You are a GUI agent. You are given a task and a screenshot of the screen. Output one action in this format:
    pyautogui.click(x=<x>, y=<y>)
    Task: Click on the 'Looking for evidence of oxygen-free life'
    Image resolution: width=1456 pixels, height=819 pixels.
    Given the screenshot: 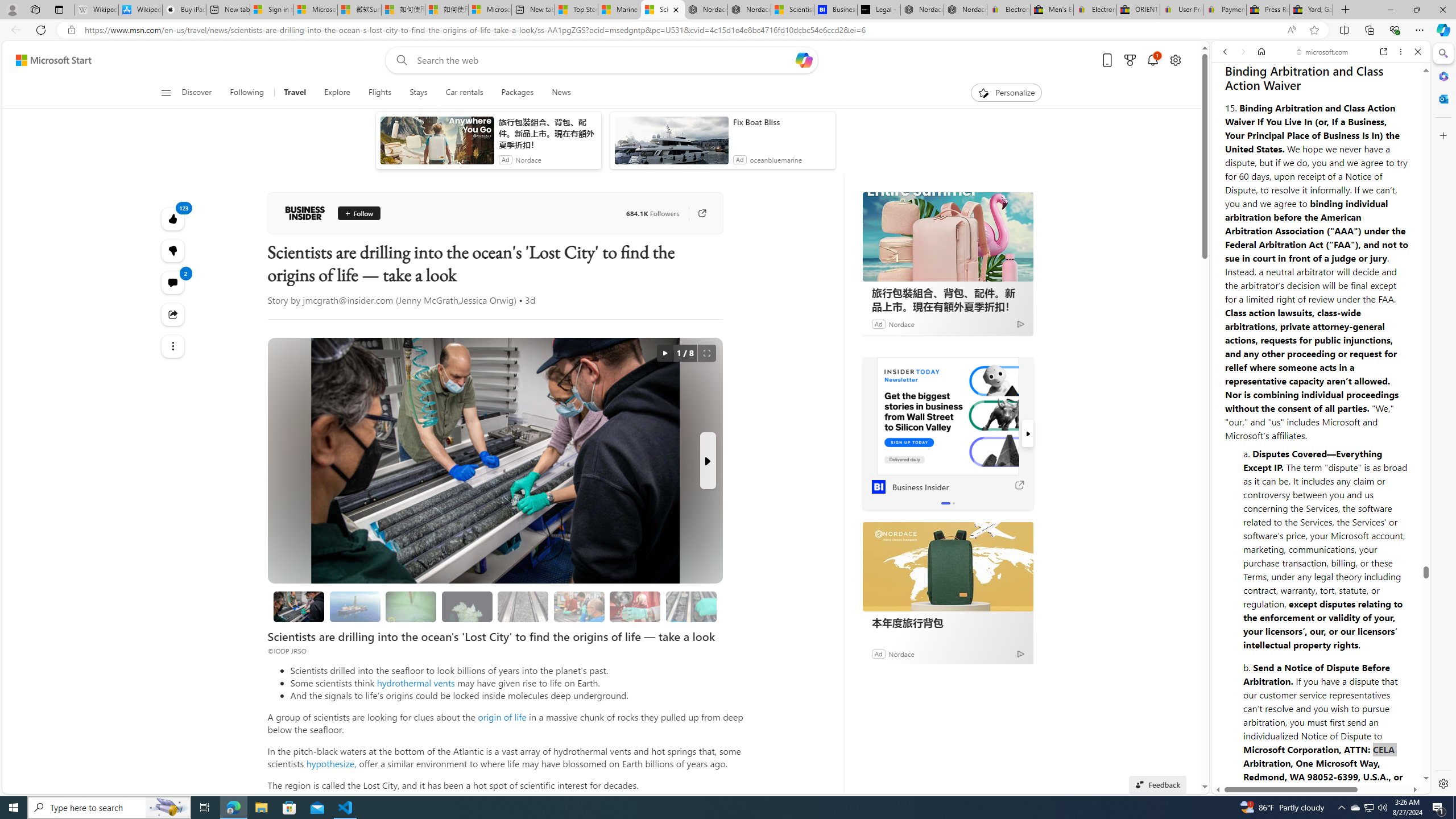 What is the action you would take?
    pyautogui.click(x=579, y=606)
    